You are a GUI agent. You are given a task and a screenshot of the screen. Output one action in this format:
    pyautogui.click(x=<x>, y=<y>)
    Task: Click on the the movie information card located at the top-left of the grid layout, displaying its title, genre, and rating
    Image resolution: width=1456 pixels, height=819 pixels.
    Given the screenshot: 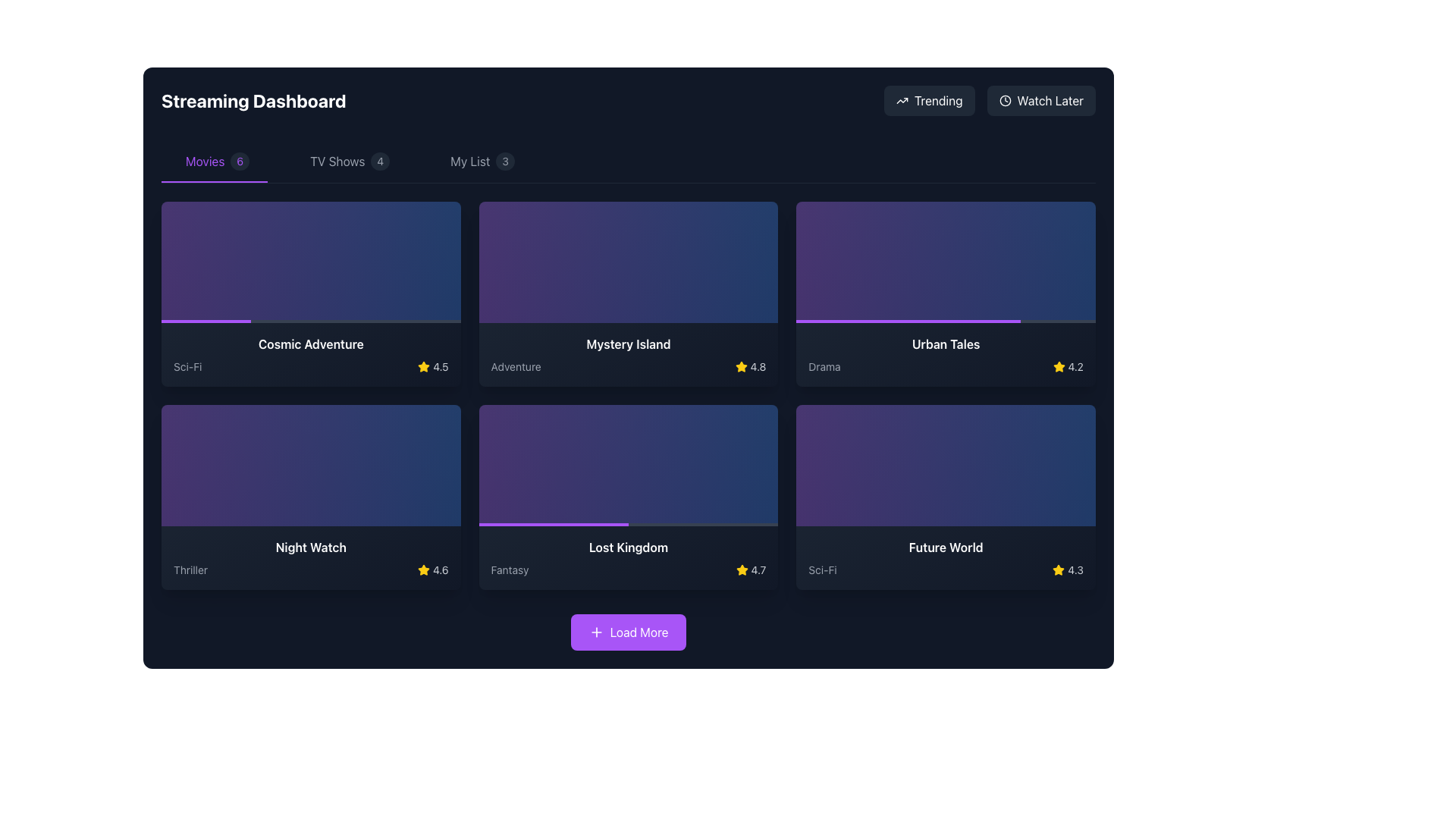 What is the action you would take?
    pyautogui.click(x=310, y=354)
    